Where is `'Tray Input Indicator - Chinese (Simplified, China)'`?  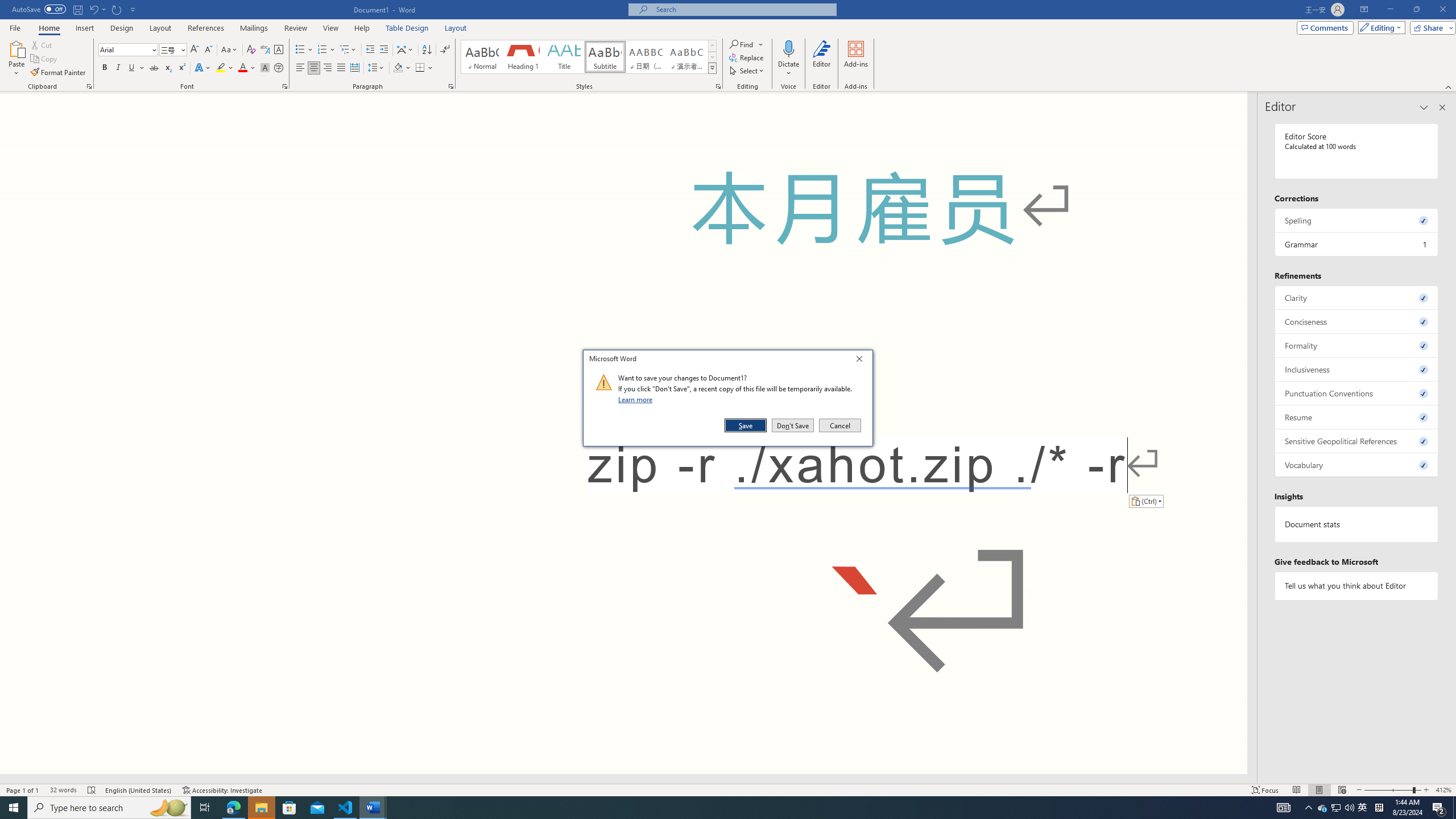 'Tray Input Indicator - Chinese (Simplified, China)' is located at coordinates (1379, 806).